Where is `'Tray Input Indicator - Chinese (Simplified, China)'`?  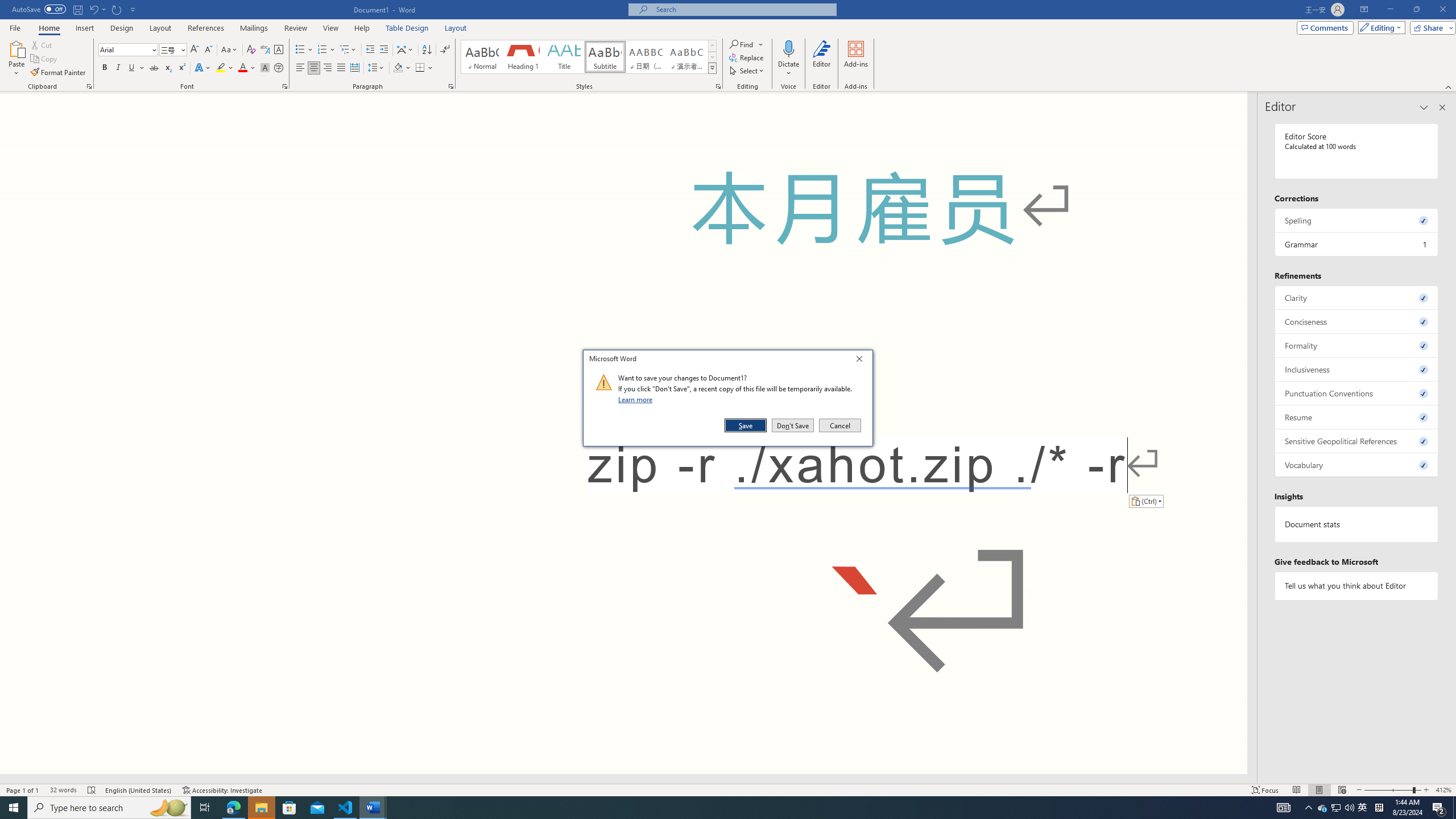 'Tray Input Indicator - Chinese (Simplified, China)' is located at coordinates (1379, 806).